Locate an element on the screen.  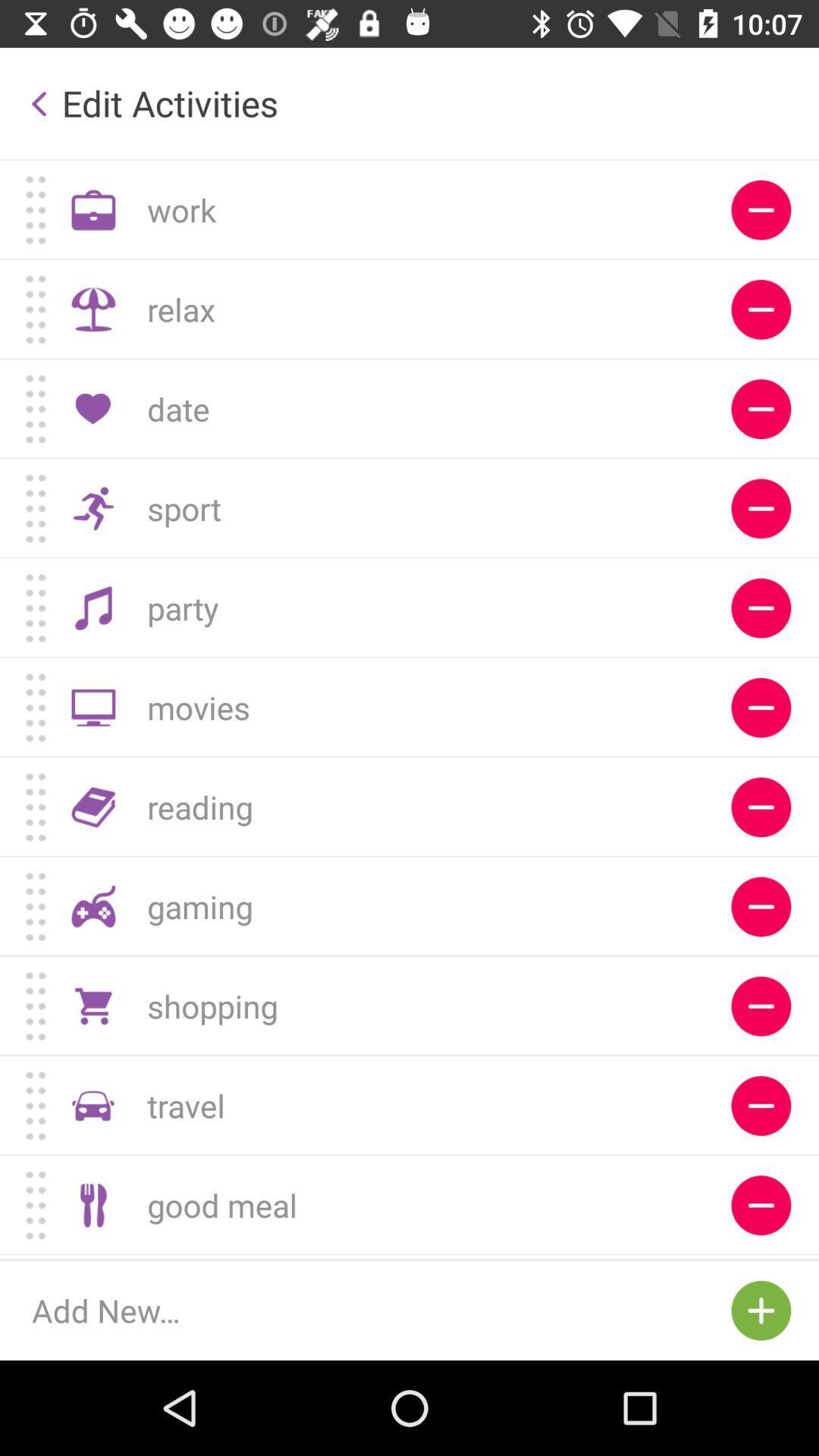
remove activity is located at coordinates (761, 309).